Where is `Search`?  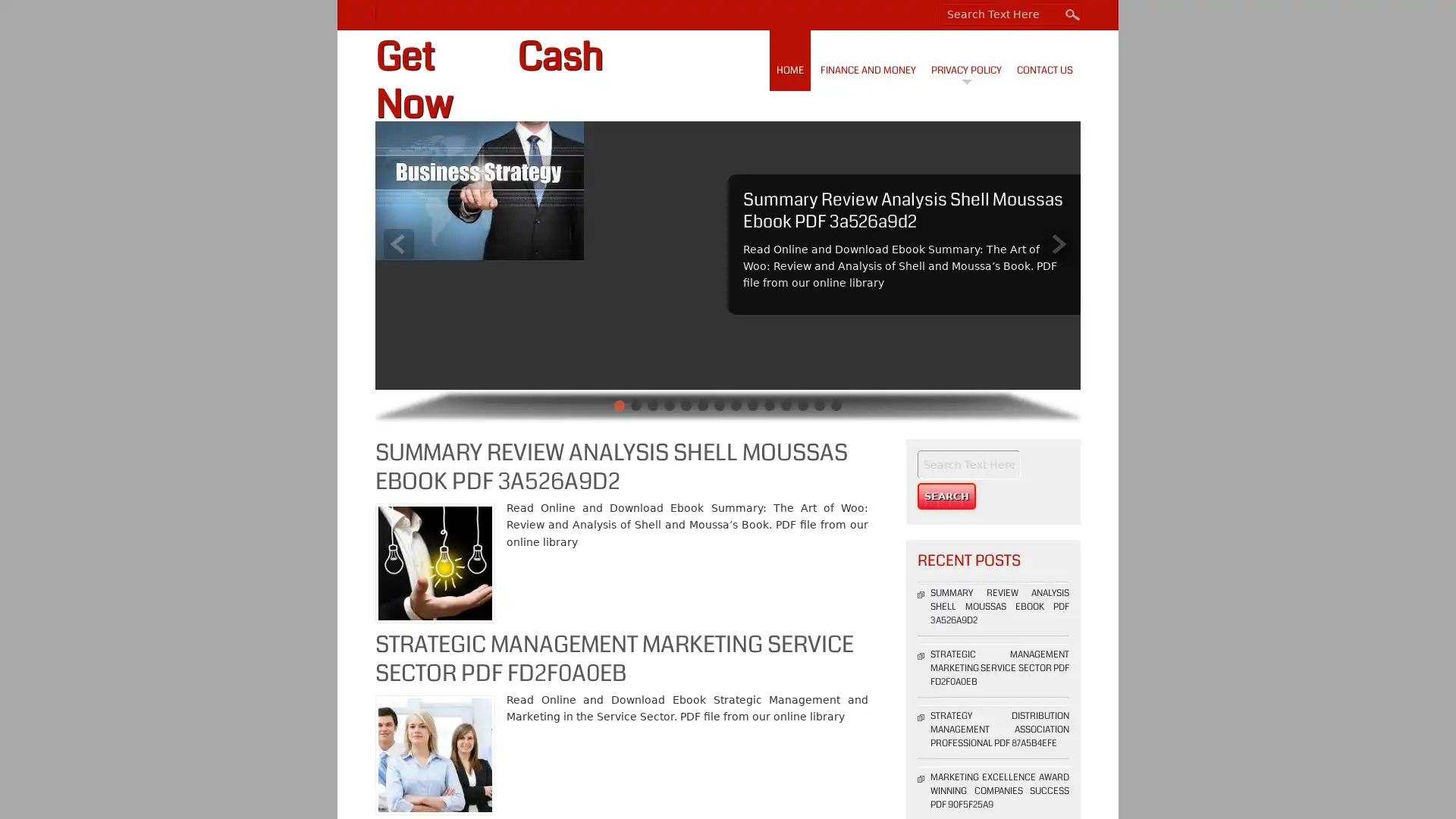 Search is located at coordinates (946, 496).